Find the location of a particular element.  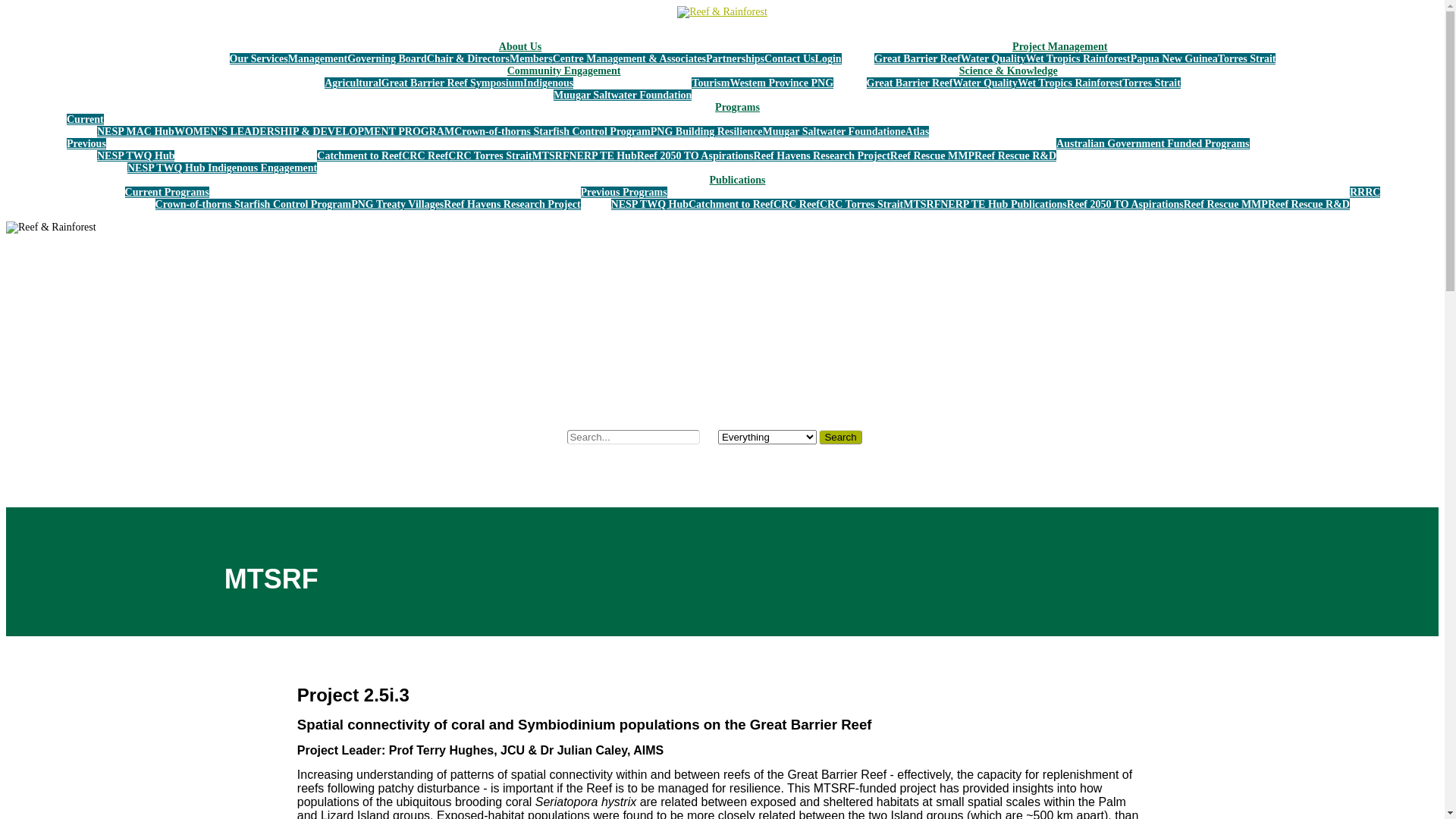

'NERP TE Hub' is located at coordinates (601, 155).